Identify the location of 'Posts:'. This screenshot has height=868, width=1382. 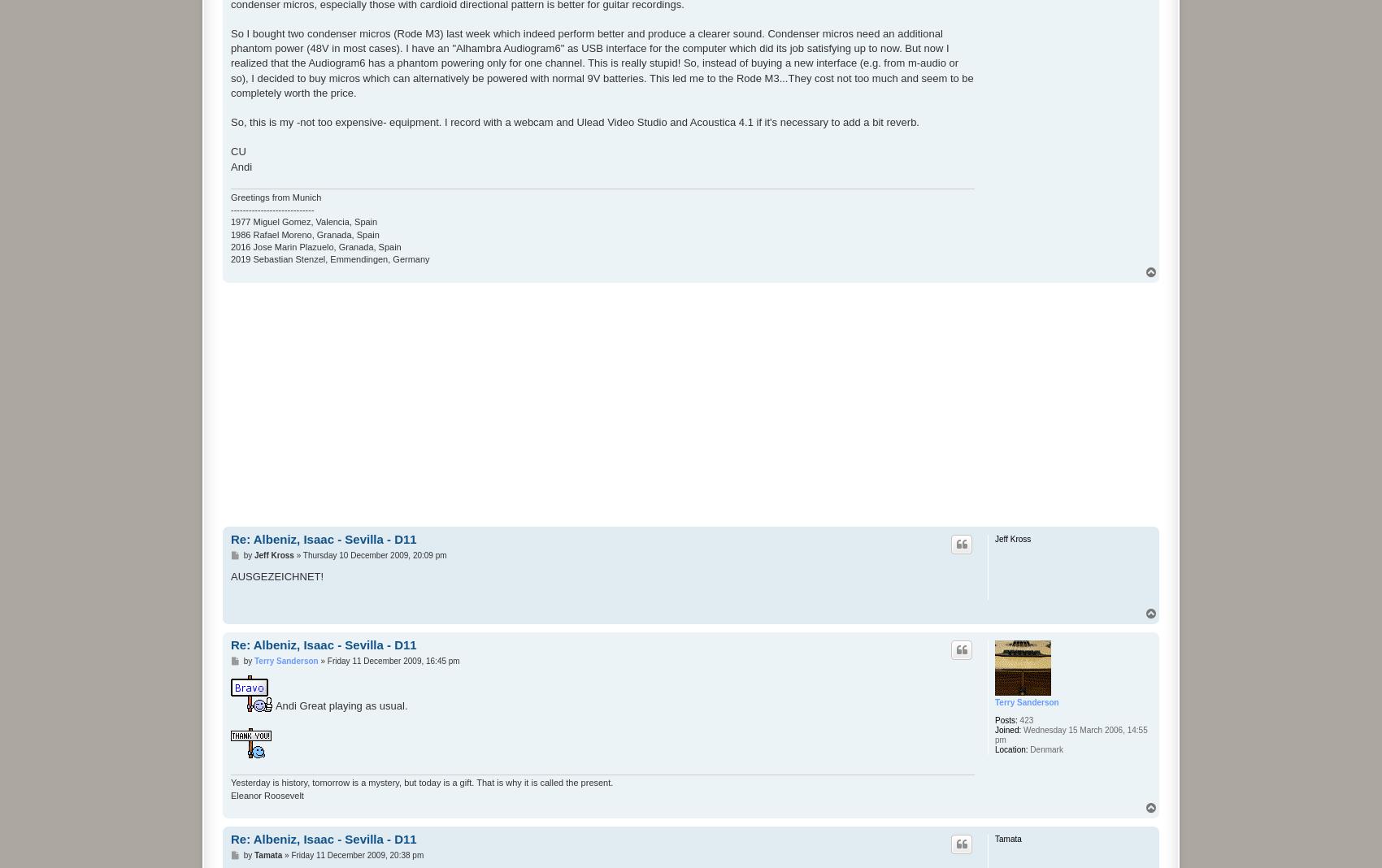
(994, 718).